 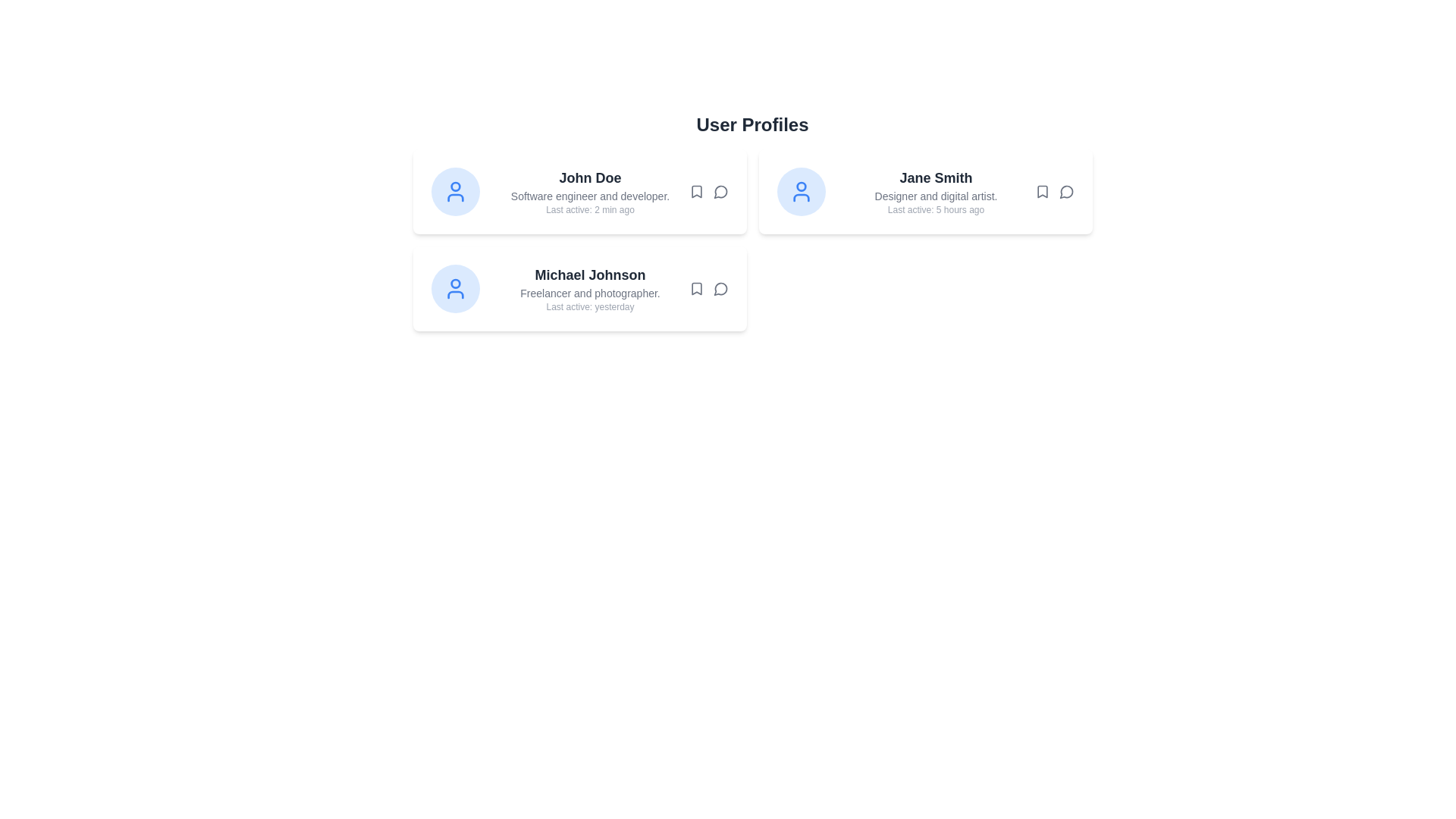 I want to click on the blue user icon representing 'John Doe' within the profile card, which has a circular head and body frame on a light blue background, so click(x=454, y=191).